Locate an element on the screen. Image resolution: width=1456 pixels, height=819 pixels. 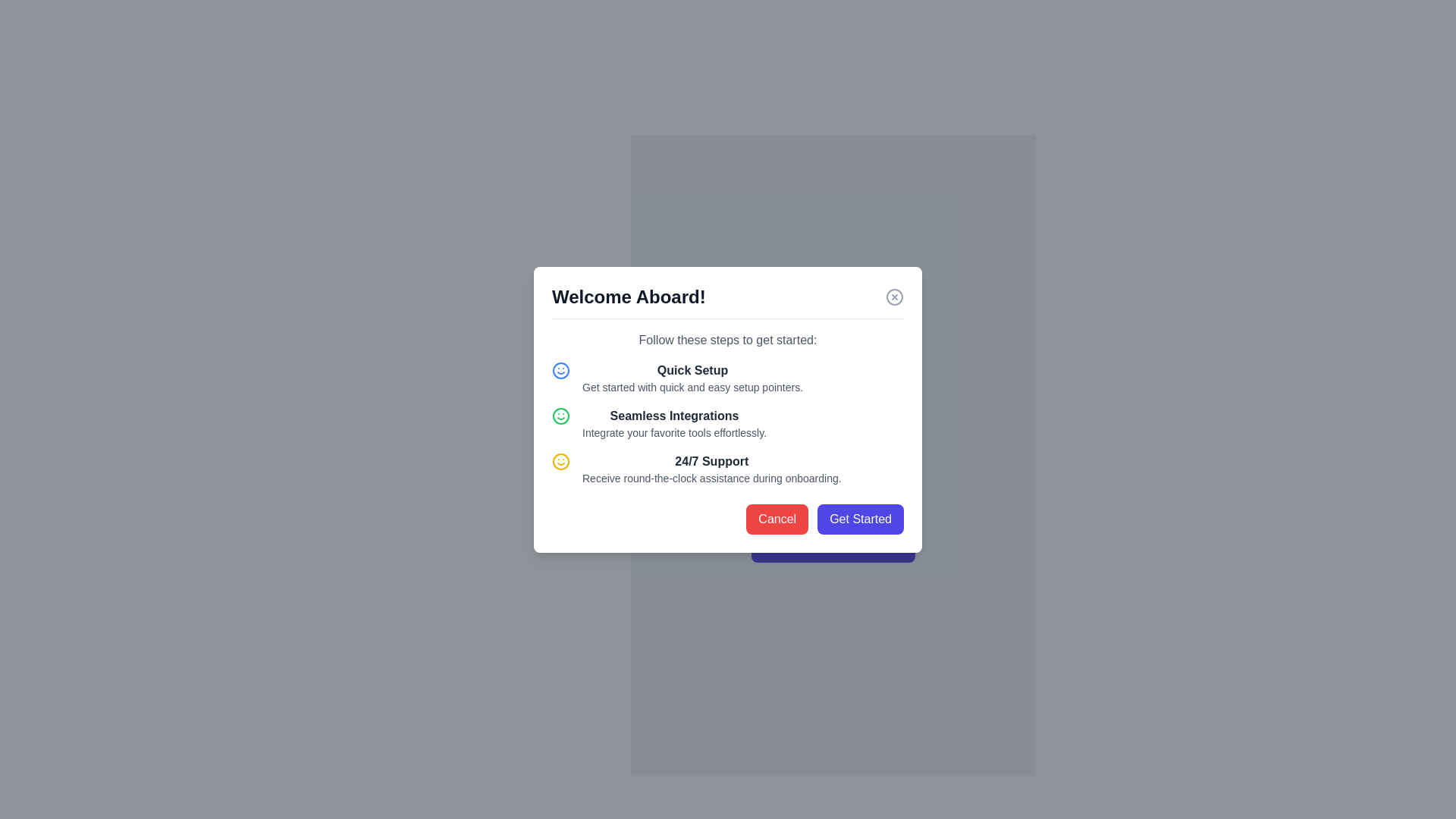
the SVG circle element with a green boundary that is part of the smiley face icon located on the left side of the 'Quick Setup' bullet point is located at coordinates (560, 416).